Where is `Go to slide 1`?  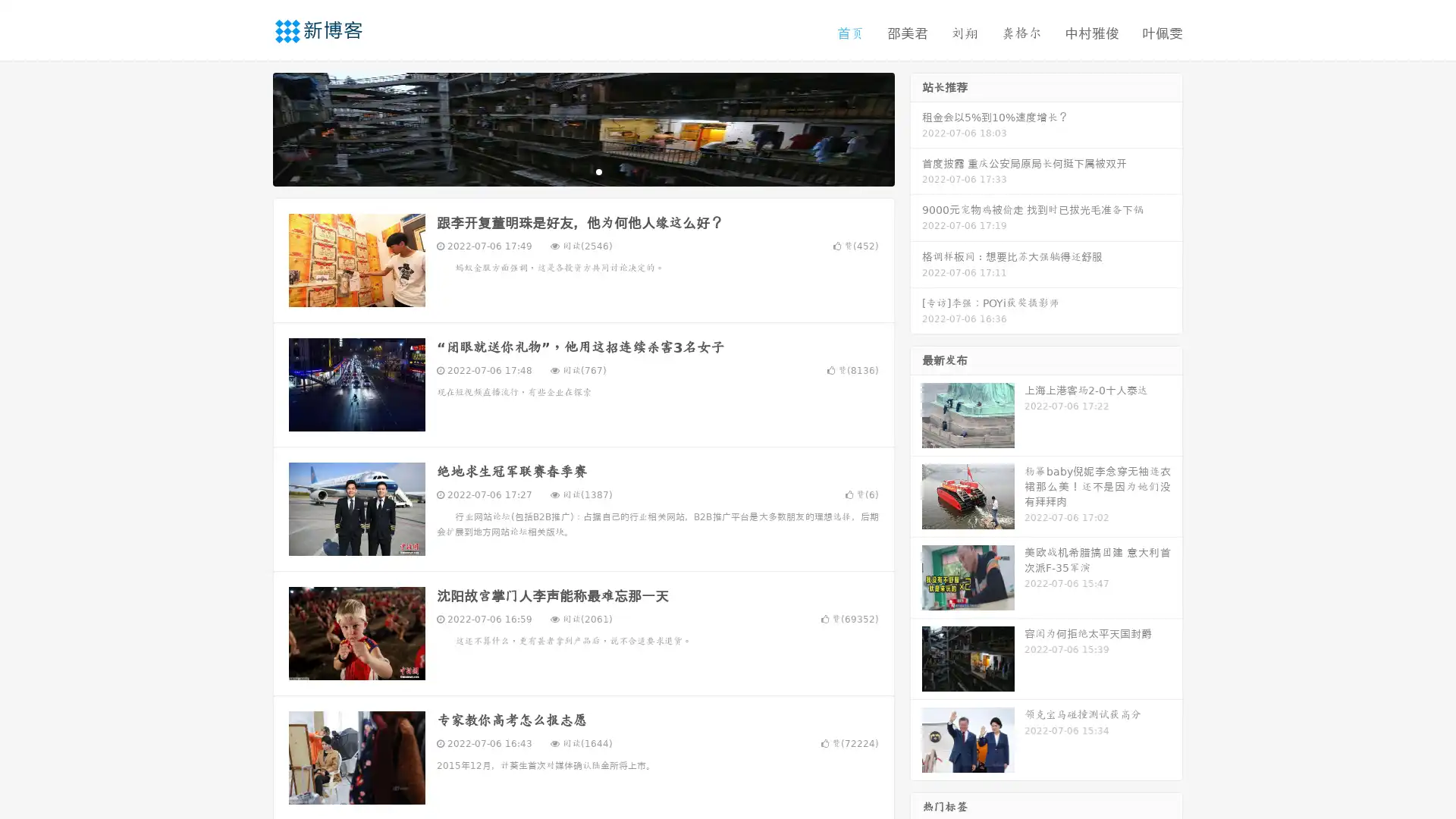
Go to slide 1 is located at coordinates (567, 171).